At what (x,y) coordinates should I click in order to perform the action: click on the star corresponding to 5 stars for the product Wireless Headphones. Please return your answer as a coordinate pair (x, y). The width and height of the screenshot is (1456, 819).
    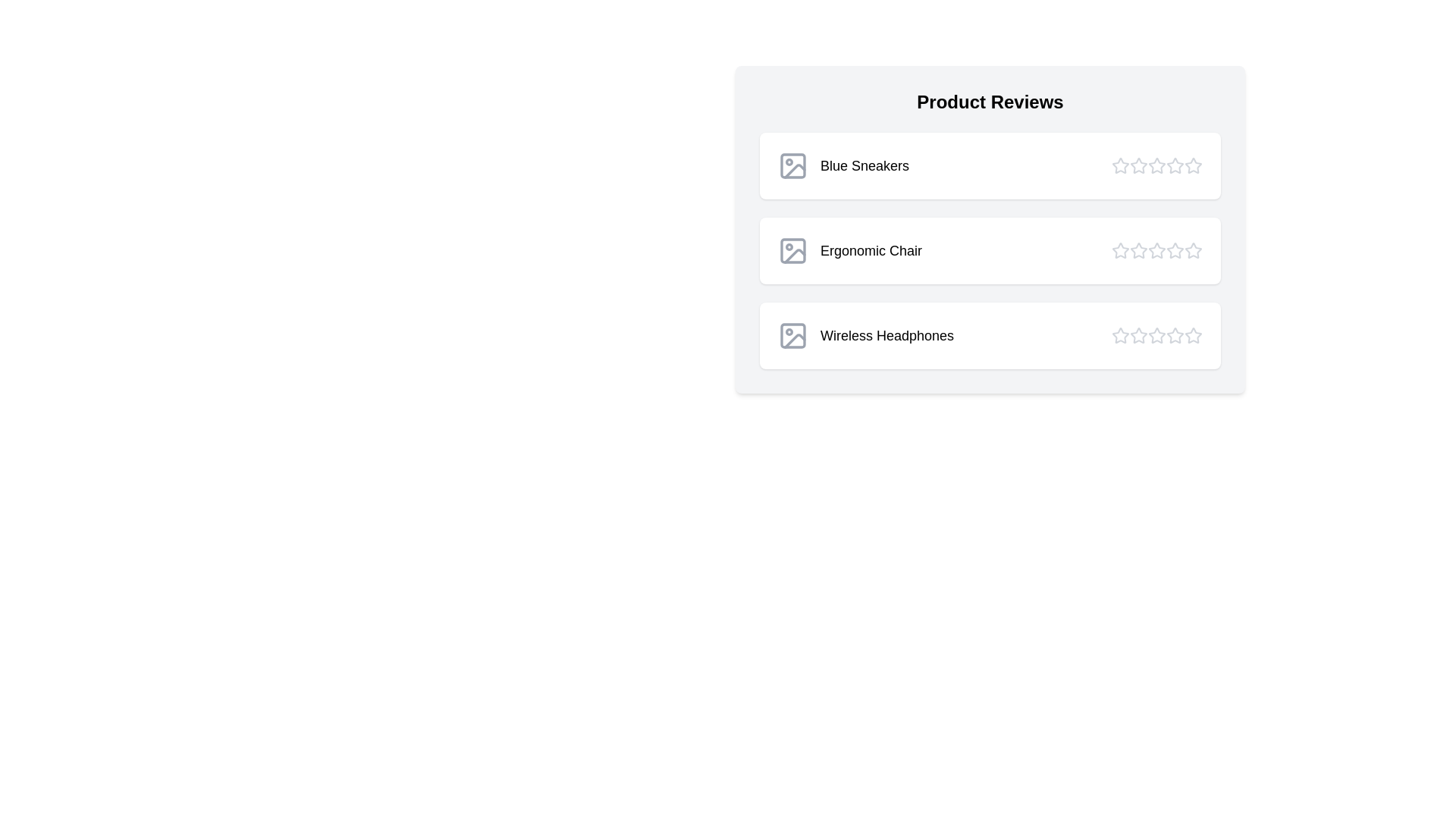
    Looking at the image, I should click on (1193, 335).